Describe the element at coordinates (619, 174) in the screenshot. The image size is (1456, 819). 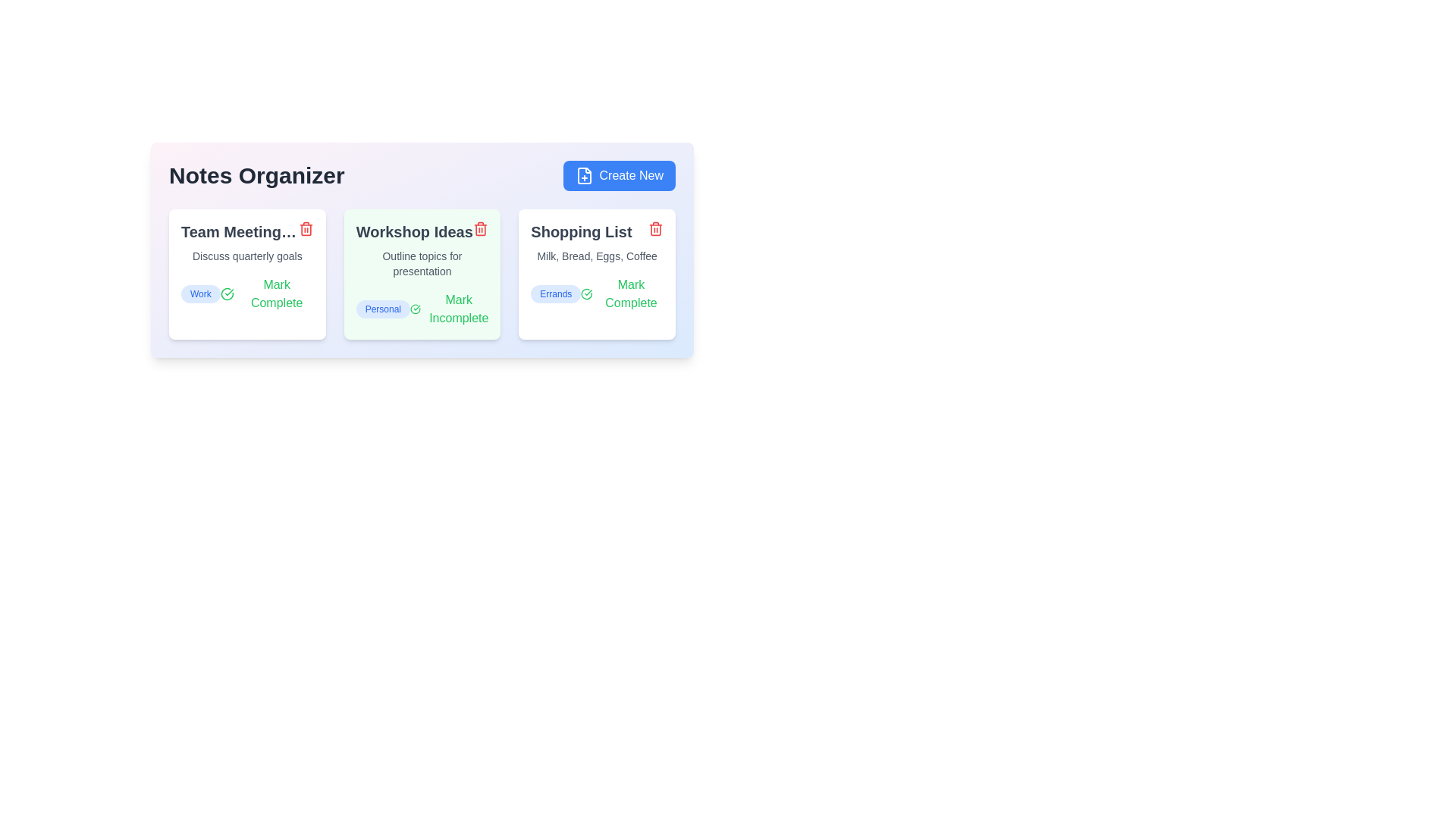
I see `the 'Create New' button to initiate the creation of a new note` at that location.